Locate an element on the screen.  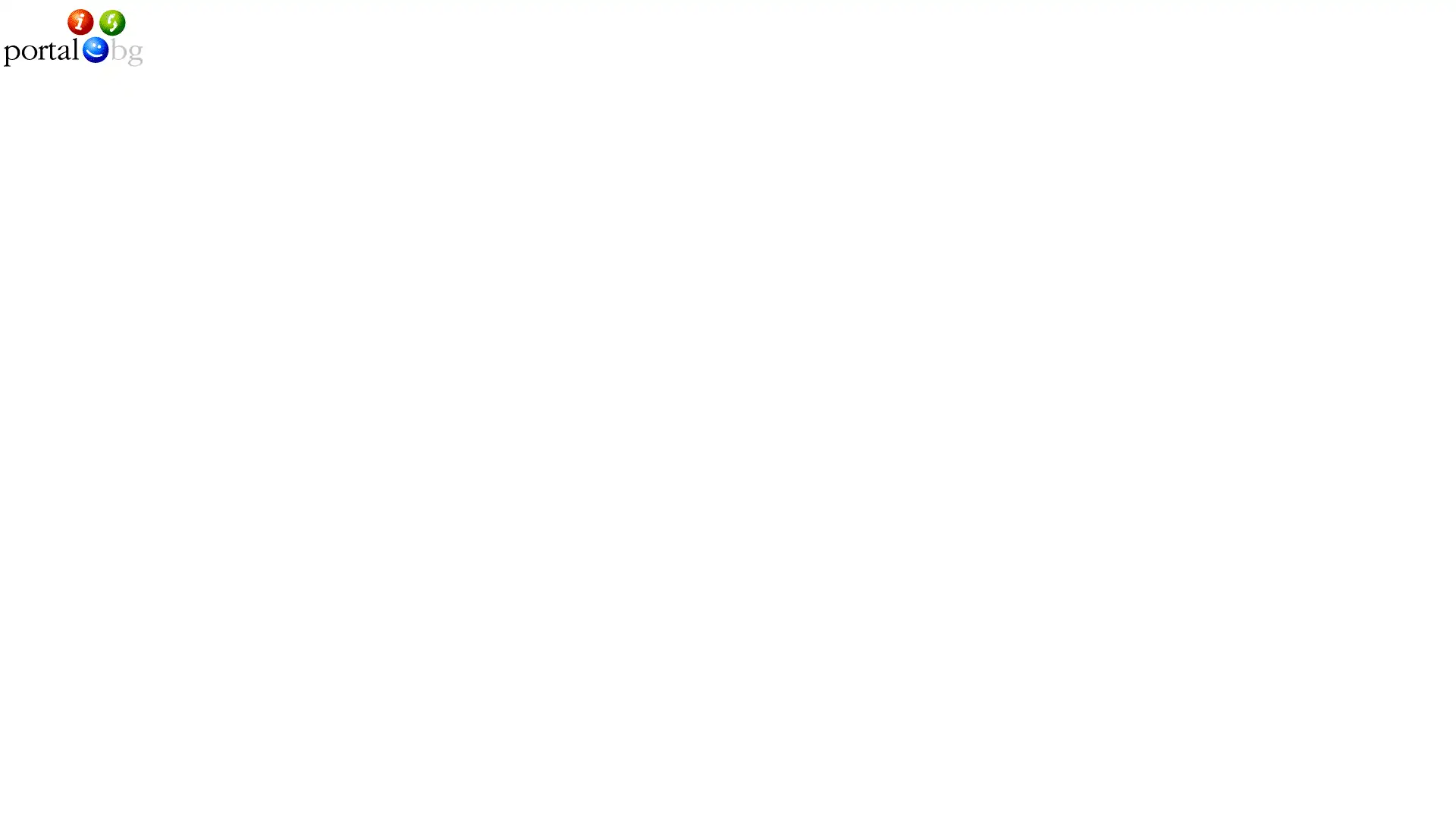
submit is located at coordinates (870, 88).